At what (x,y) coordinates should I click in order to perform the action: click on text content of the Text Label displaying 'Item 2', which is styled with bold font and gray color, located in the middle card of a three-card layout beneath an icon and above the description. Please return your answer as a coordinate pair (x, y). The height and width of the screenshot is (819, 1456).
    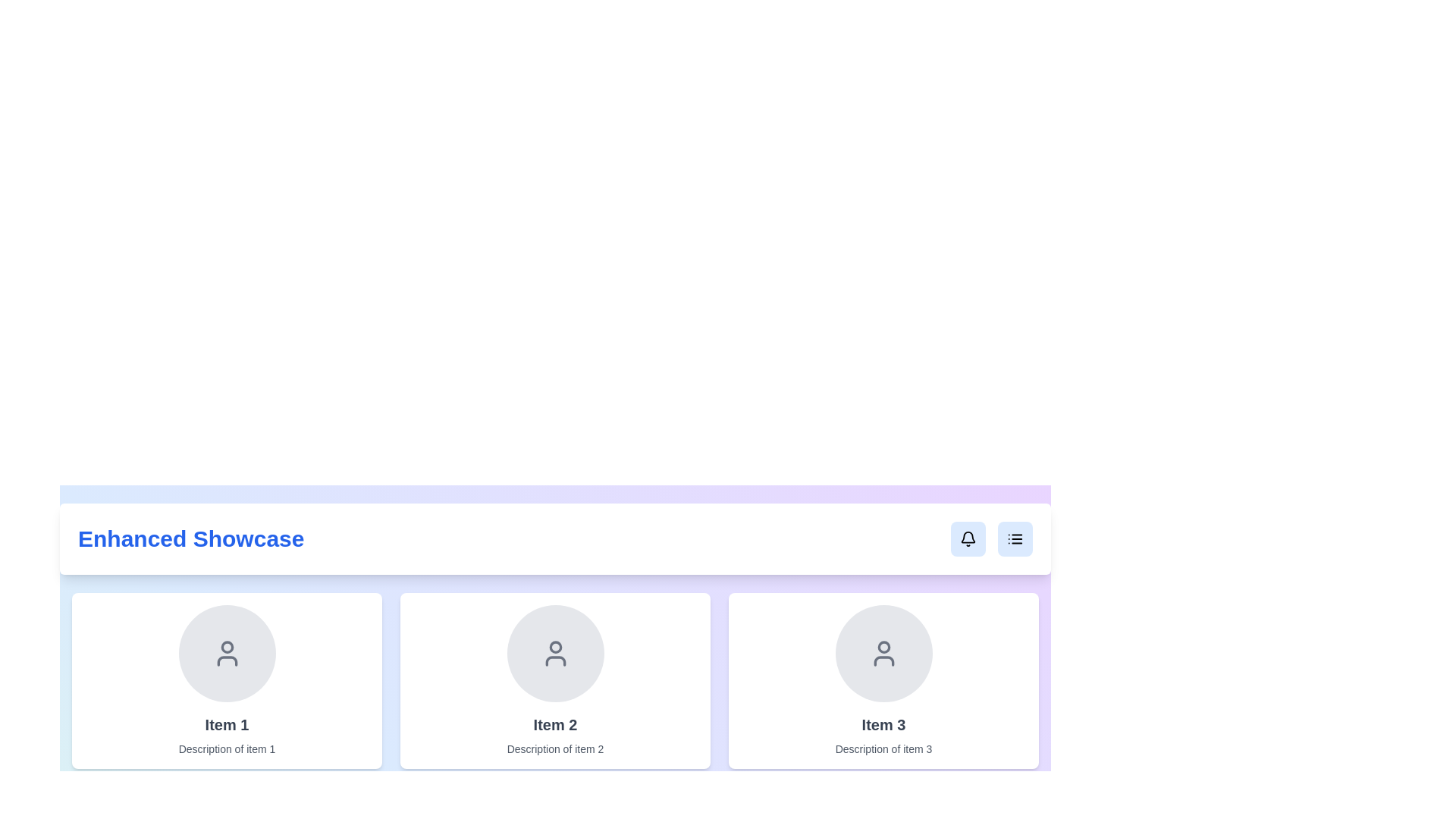
    Looking at the image, I should click on (554, 724).